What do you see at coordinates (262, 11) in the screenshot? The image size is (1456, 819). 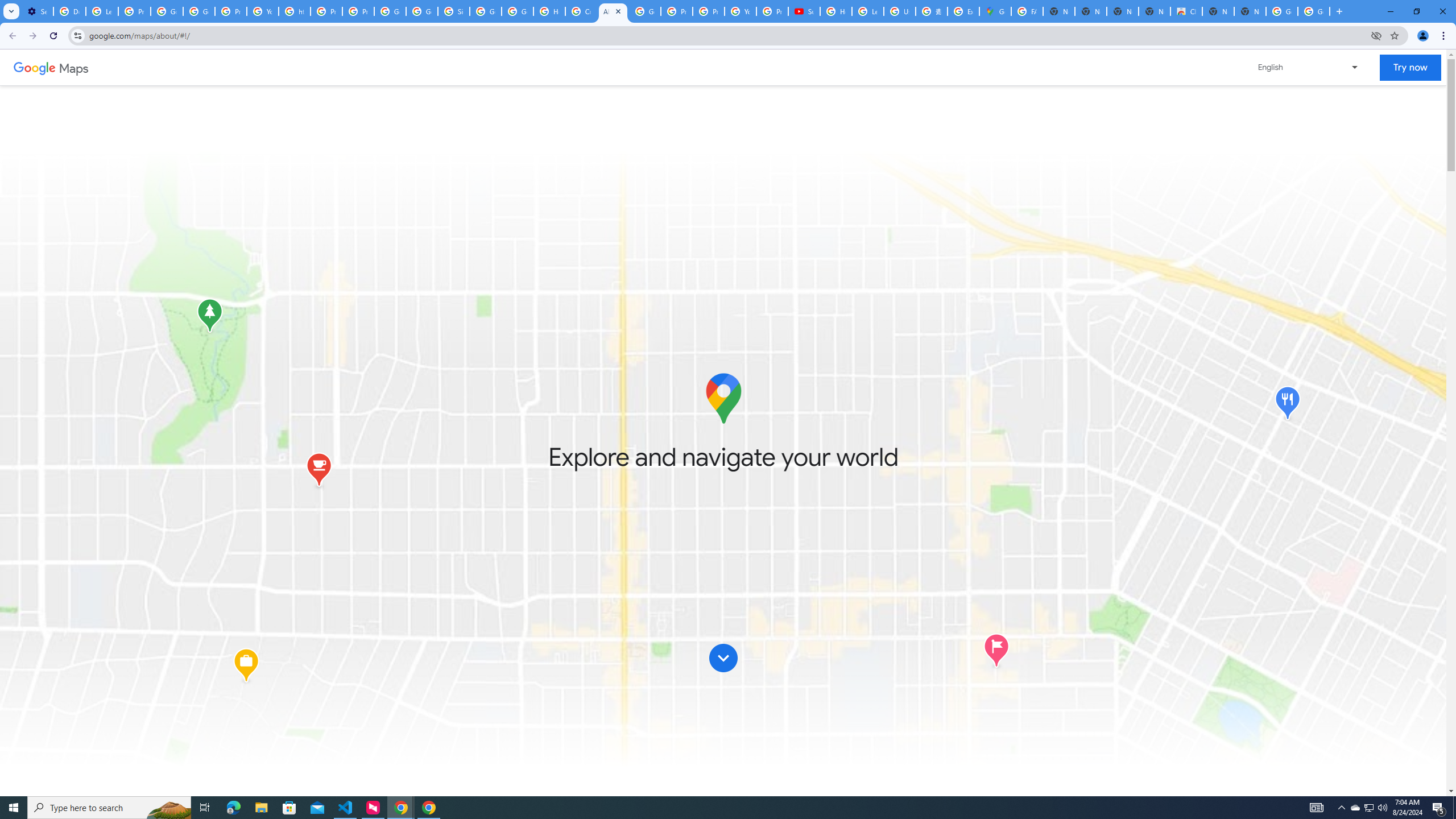 I see `'YouTube'` at bounding box center [262, 11].